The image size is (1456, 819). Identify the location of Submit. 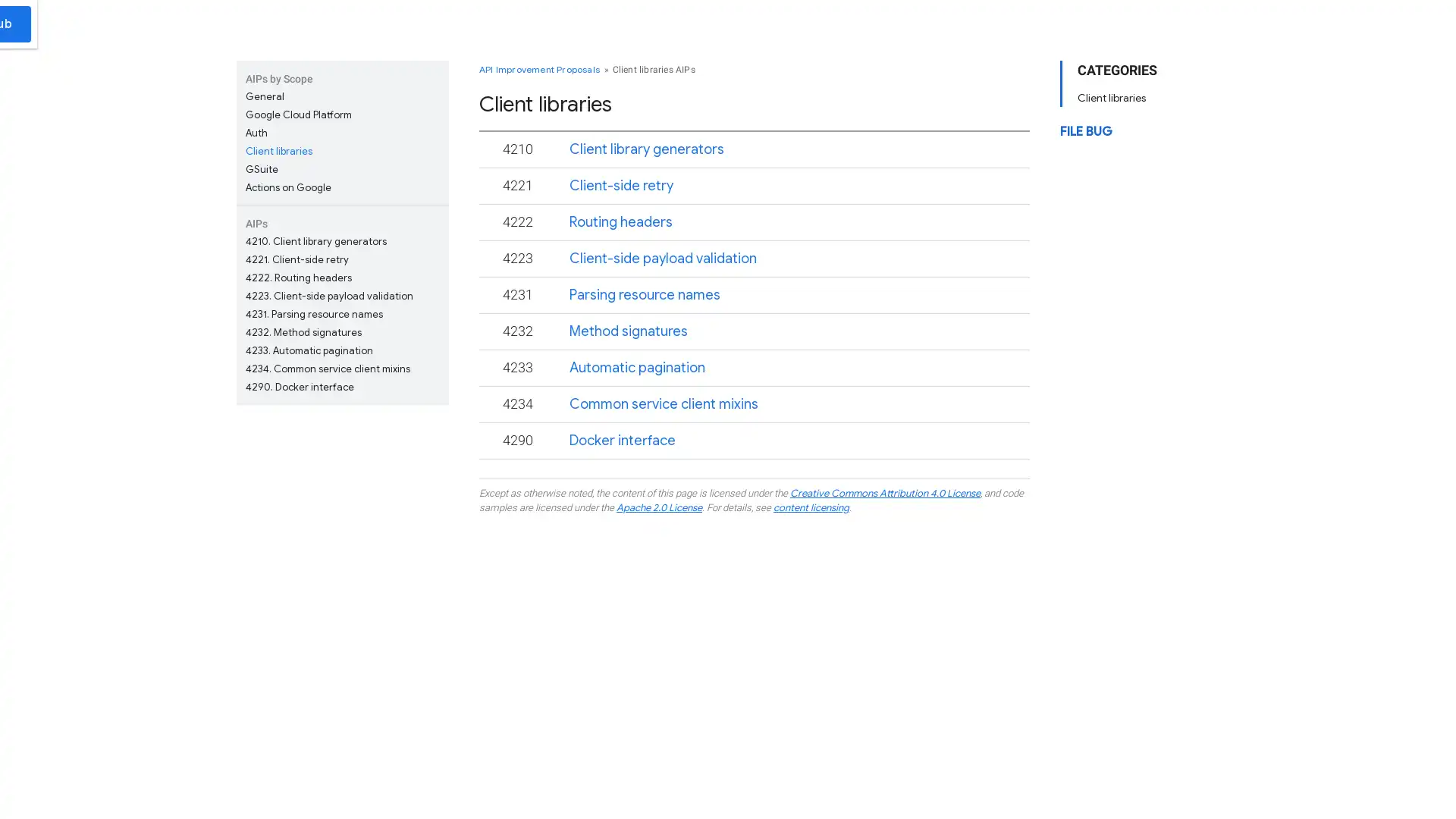
(1269, 27).